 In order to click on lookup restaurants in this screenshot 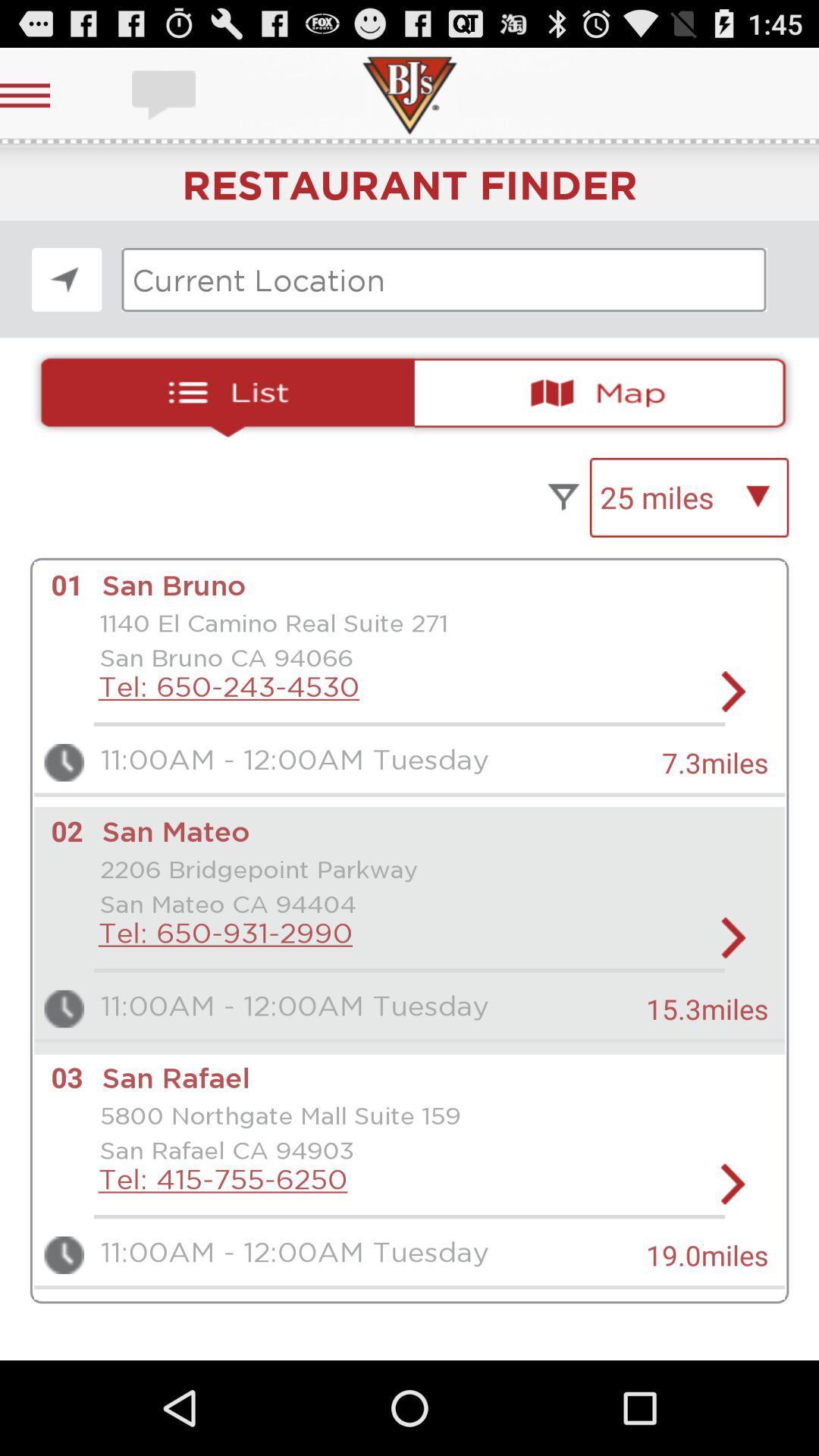, I will do `click(444, 280)`.